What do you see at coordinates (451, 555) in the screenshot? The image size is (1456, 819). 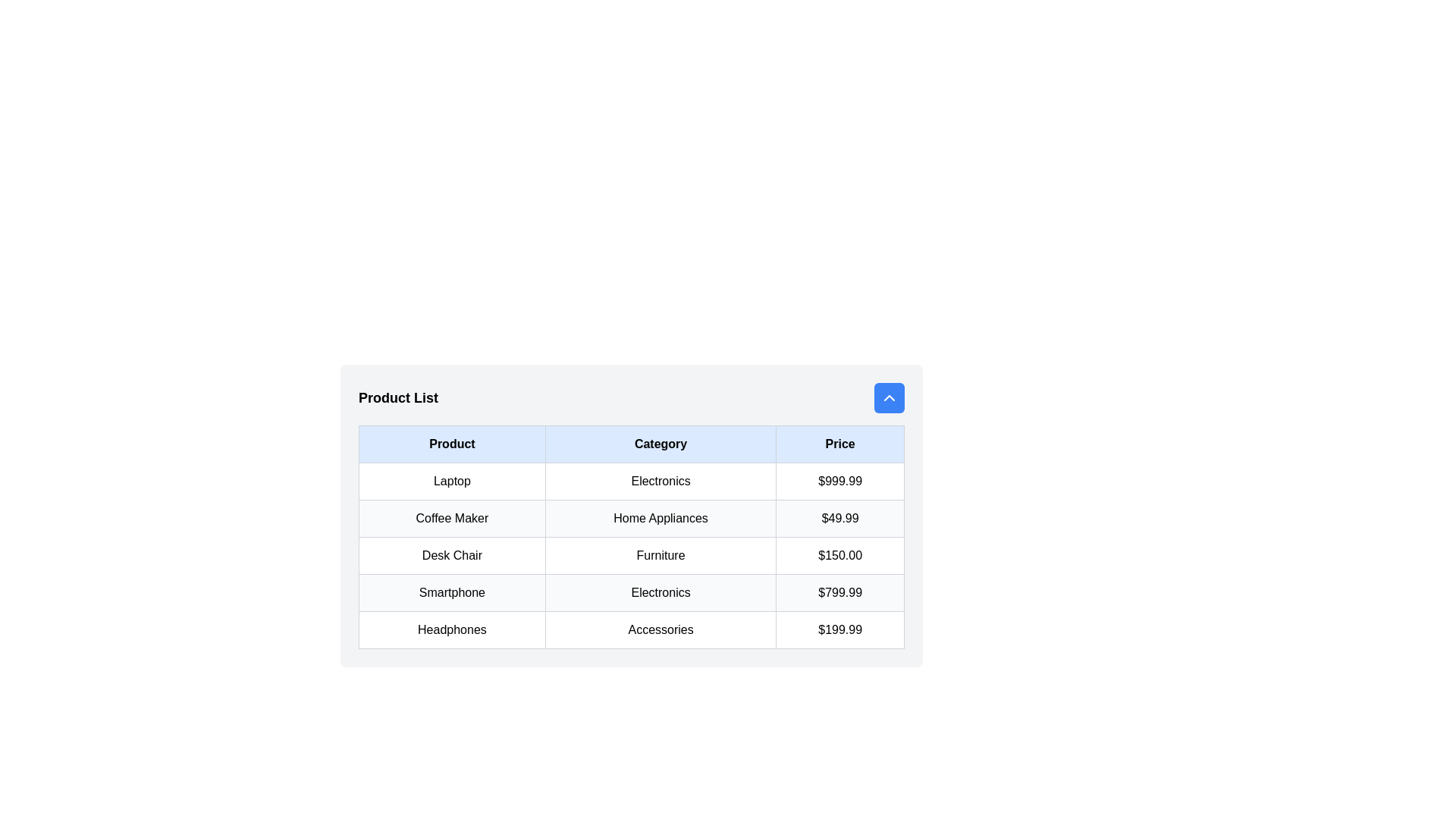 I see `text from the 'Desk Chair' label, which is the first element in a row of products, styled with a light gray background and bold font` at bounding box center [451, 555].